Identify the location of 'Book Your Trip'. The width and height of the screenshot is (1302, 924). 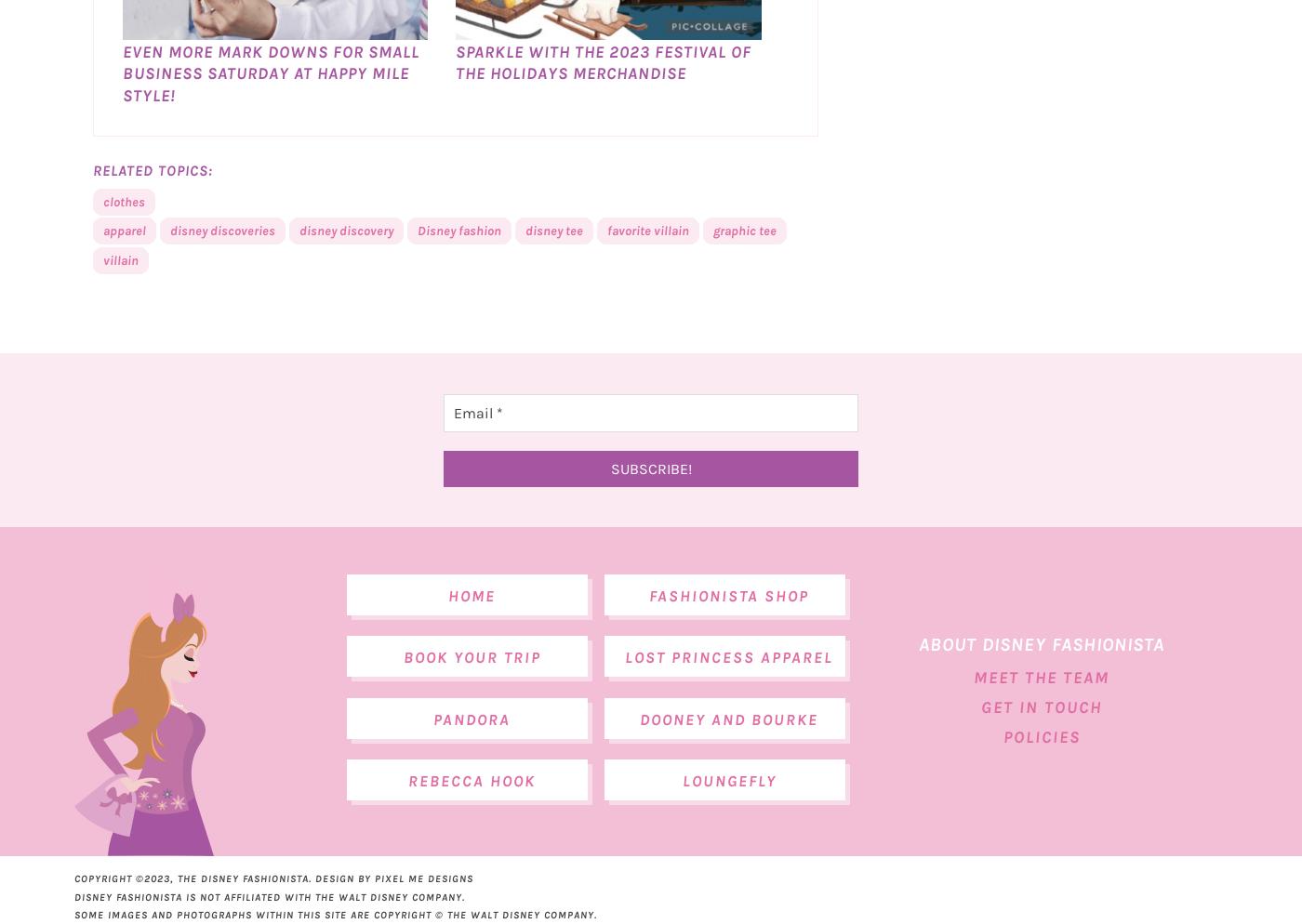
(471, 697).